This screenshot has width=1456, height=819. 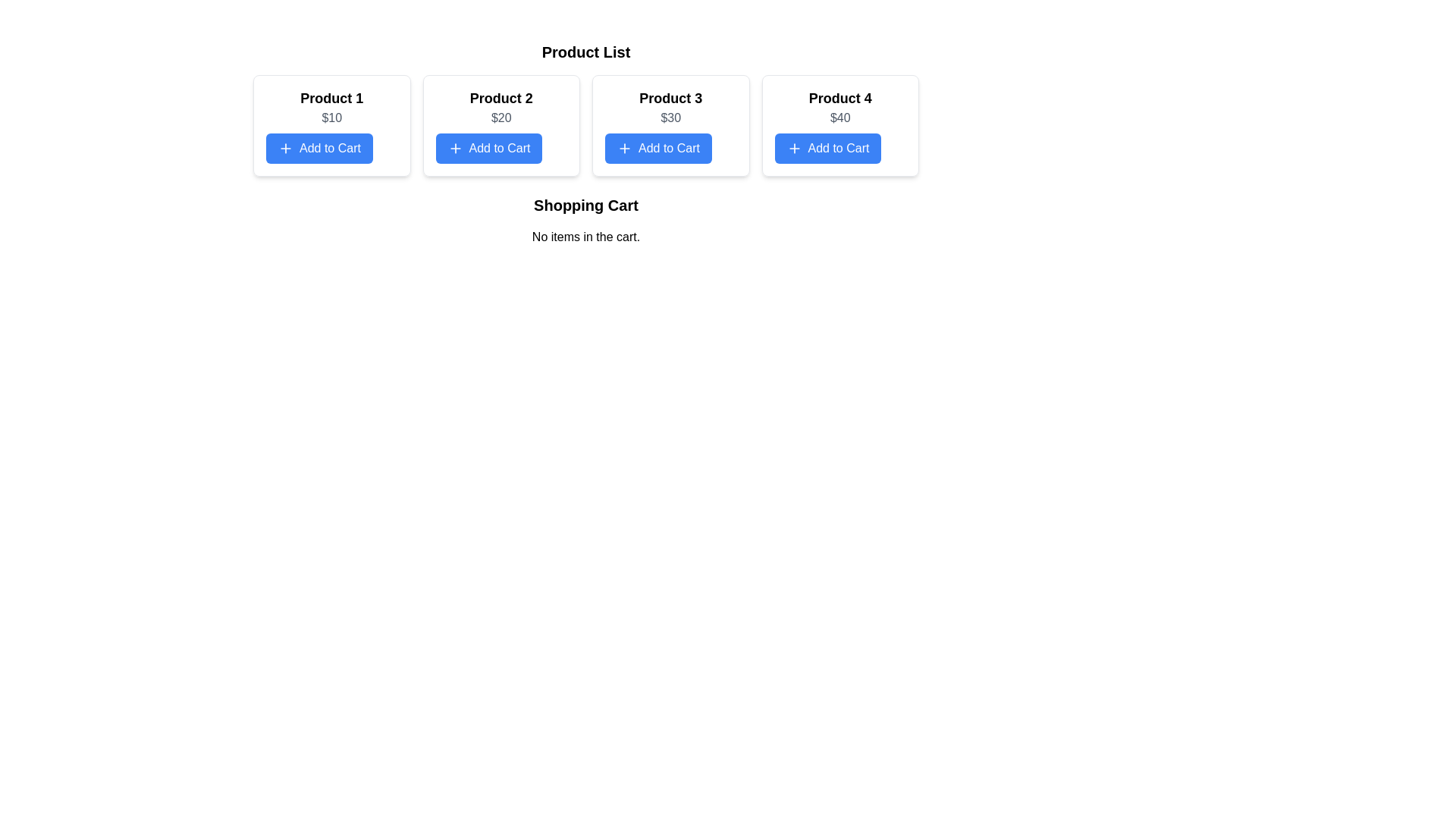 What do you see at coordinates (793, 149) in the screenshot?
I see `the plus sign icon within the 'Add to Cart' button for 'Product 4', which is positioned at the left edge of the button` at bounding box center [793, 149].